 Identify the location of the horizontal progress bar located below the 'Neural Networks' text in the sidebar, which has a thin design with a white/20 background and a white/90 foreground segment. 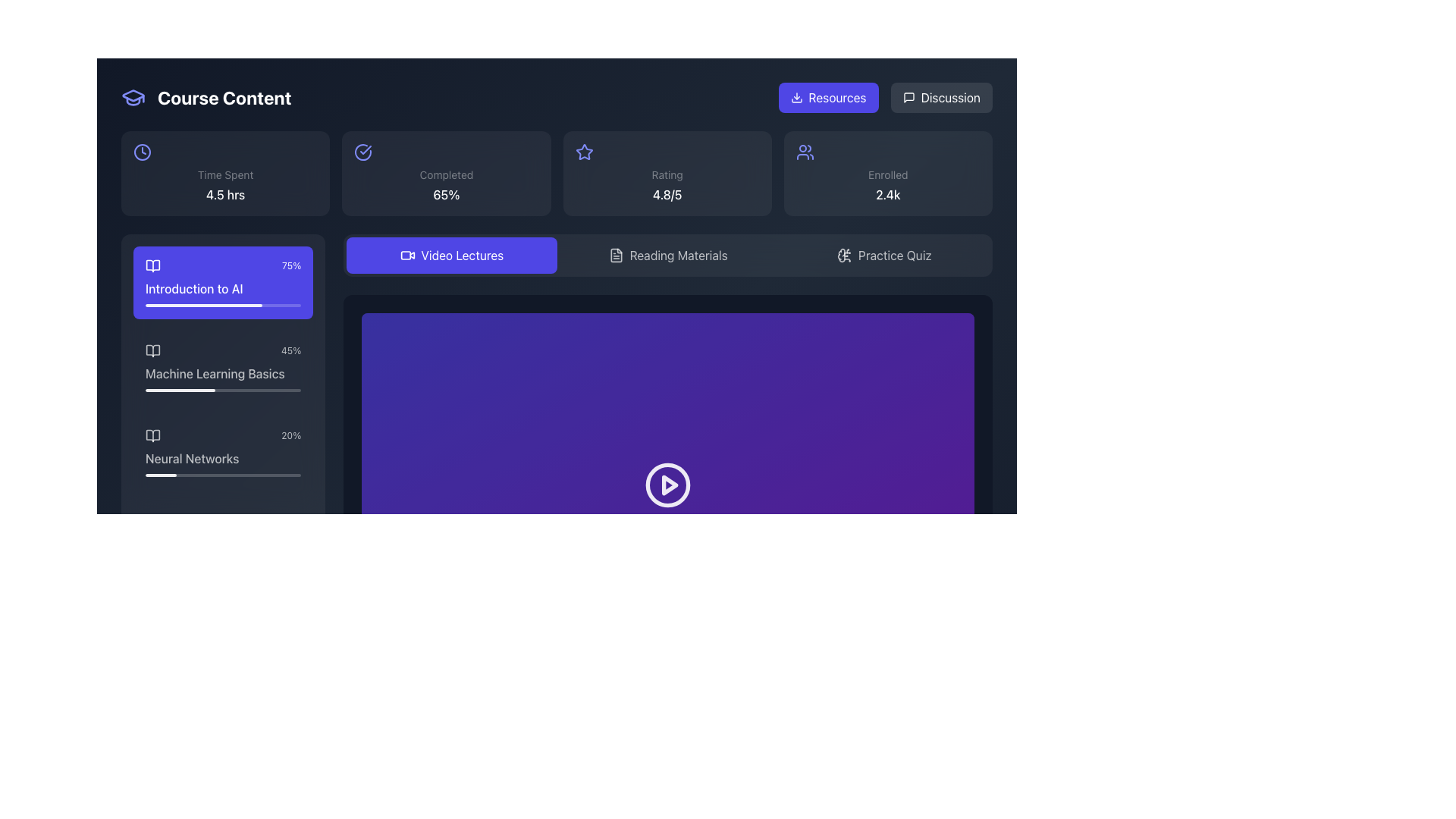
(222, 475).